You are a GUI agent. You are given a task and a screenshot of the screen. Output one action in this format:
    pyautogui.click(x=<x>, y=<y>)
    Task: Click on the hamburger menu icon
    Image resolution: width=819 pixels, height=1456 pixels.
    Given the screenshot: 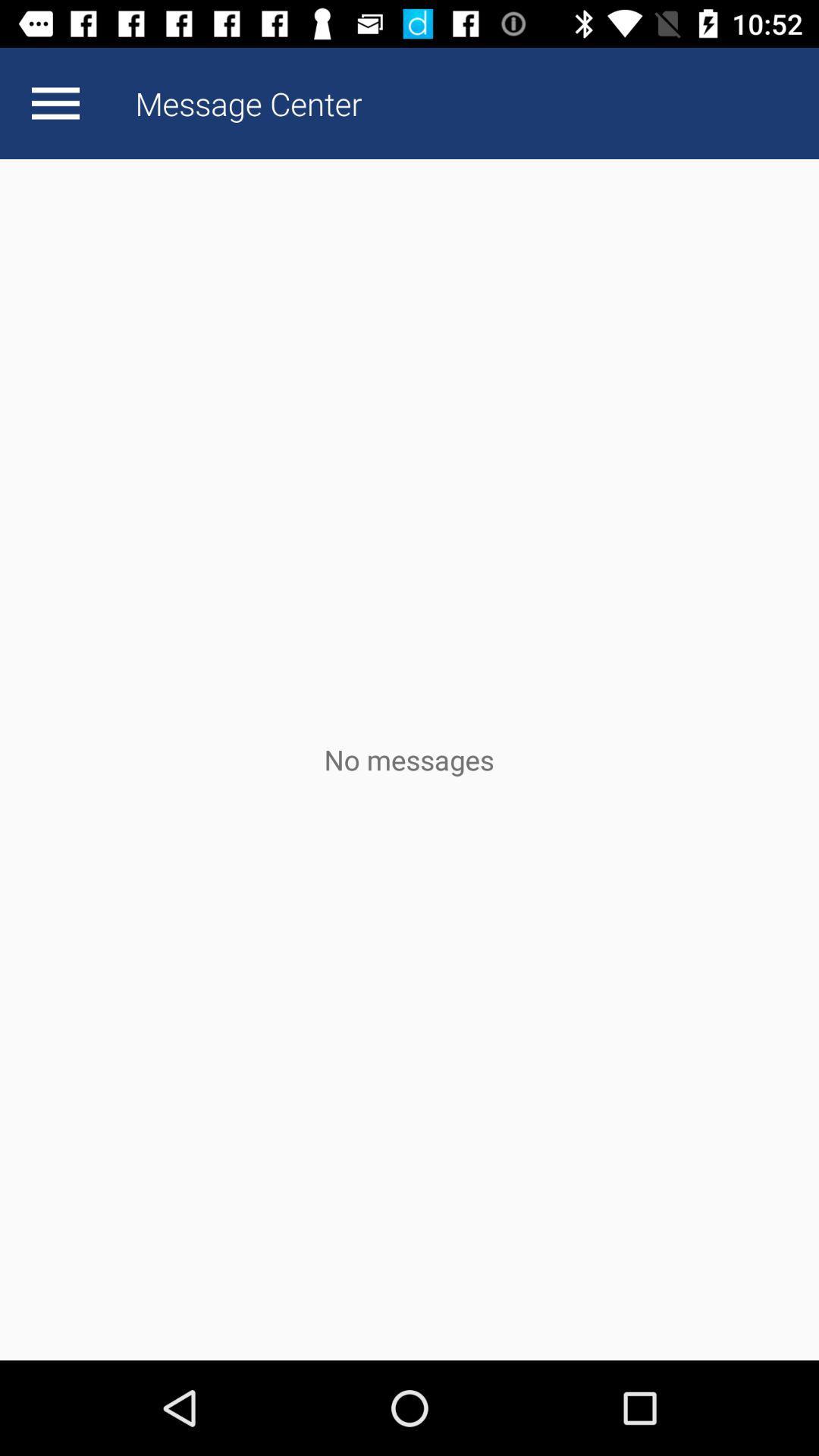 What is the action you would take?
    pyautogui.click(x=55, y=102)
    